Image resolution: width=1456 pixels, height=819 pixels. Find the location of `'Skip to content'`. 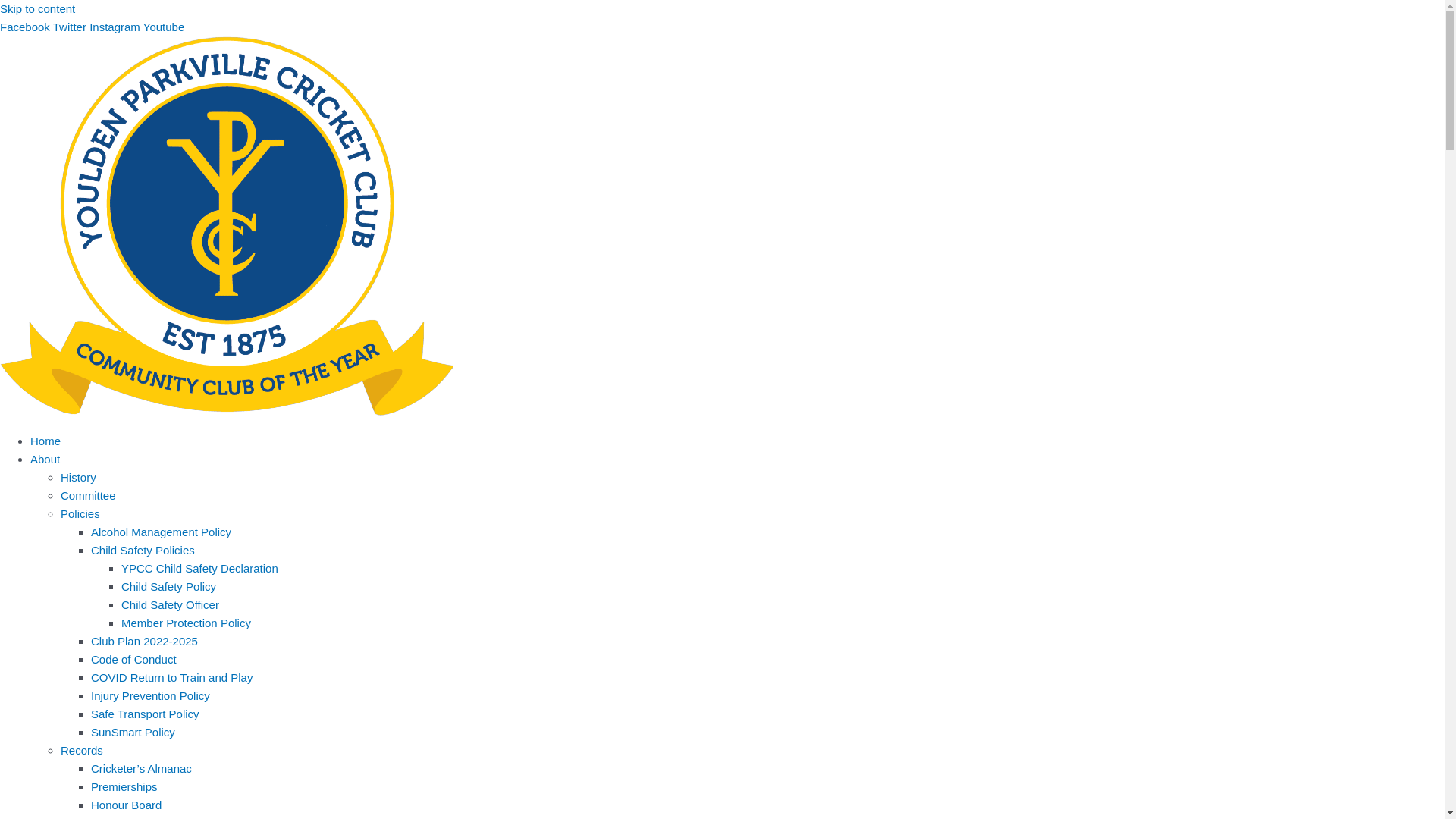

'Skip to content' is located at coordinates (37, 8).